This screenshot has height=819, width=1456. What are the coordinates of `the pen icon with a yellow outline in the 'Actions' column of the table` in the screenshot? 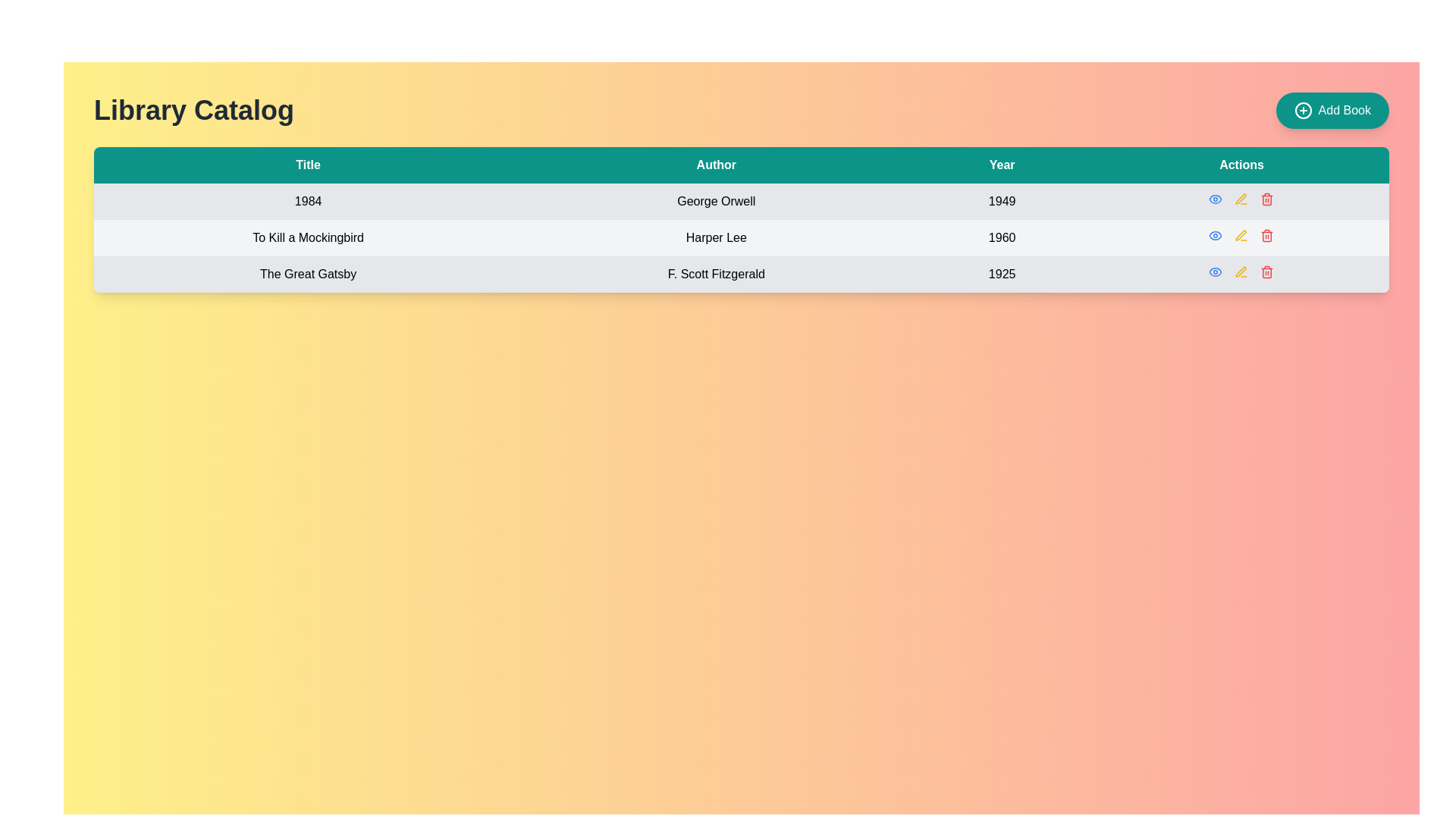 It's located at (1241, 235).